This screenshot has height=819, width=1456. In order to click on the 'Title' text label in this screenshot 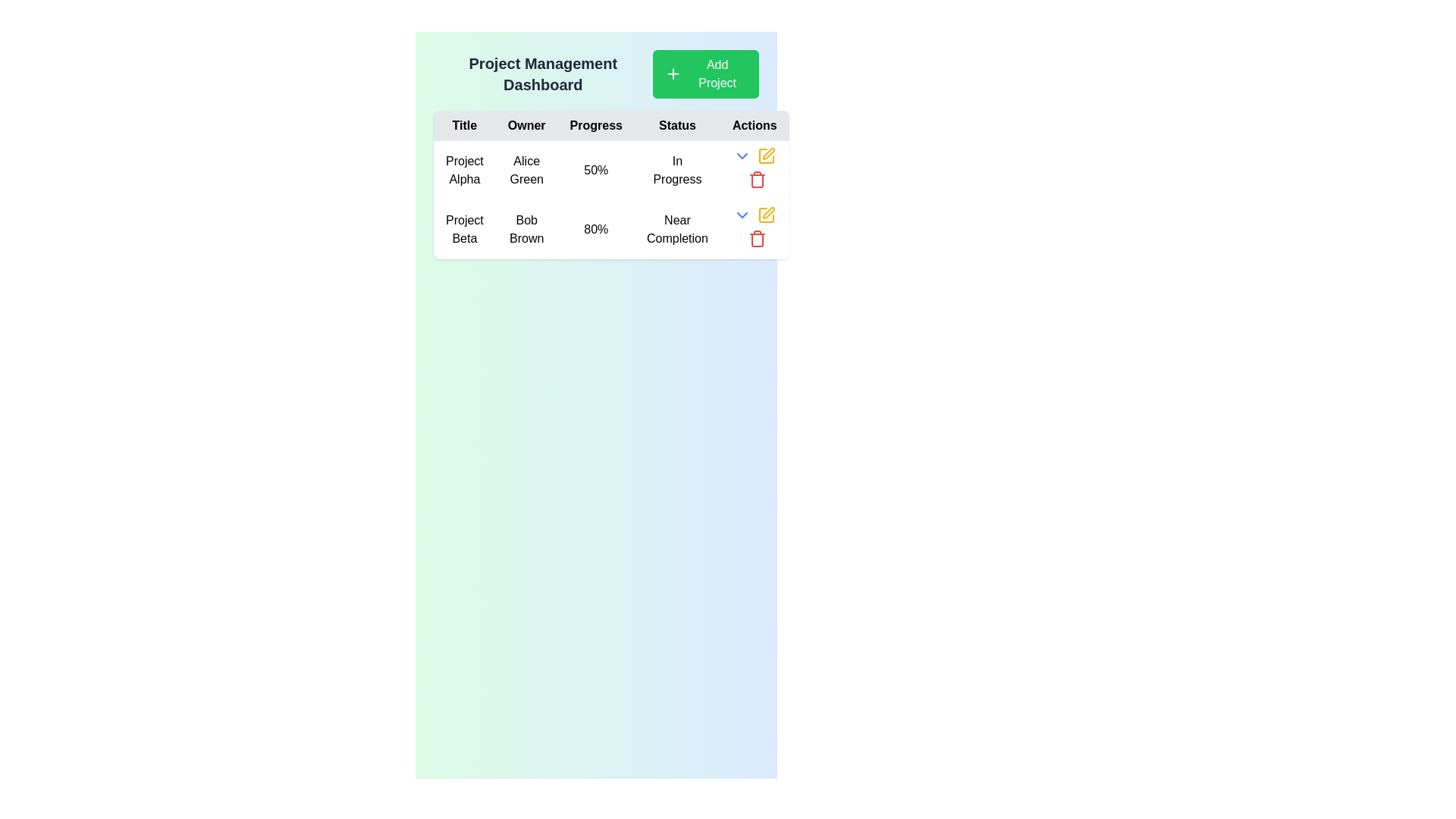, I will do `click(463, 124)`.